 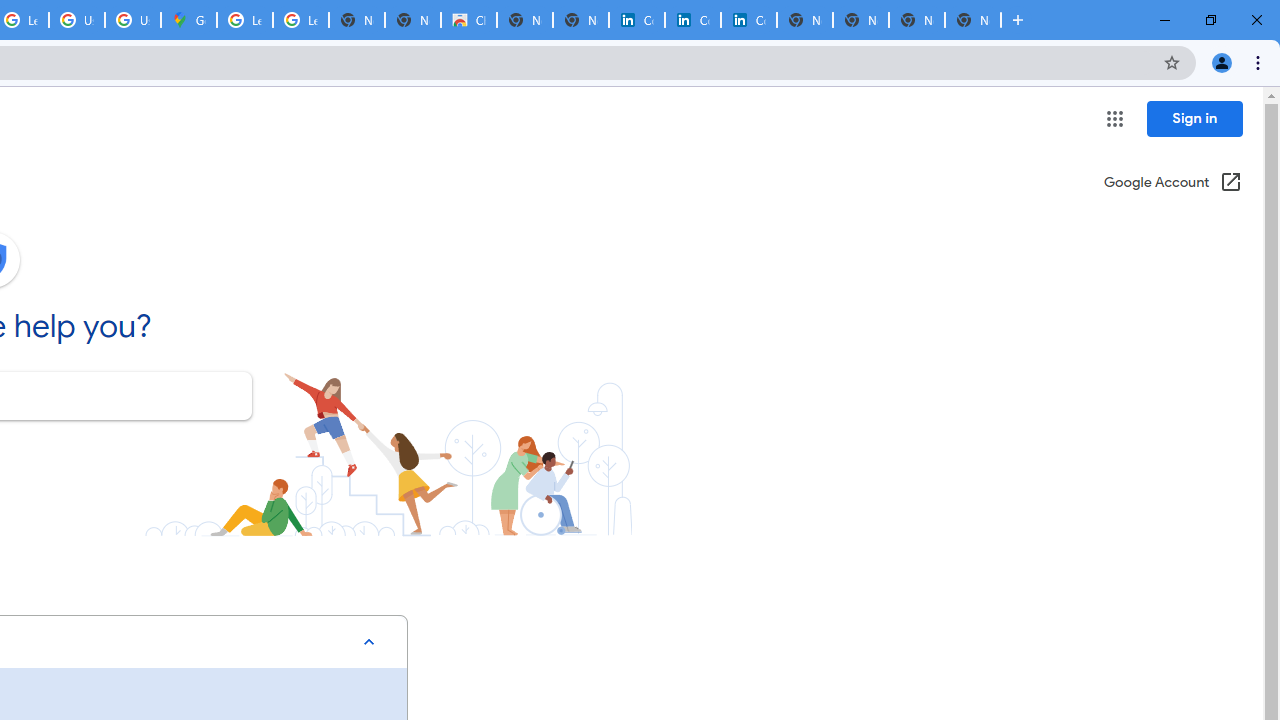 I want to click on 'Chrome Web Store', so click(x=468, y=20).